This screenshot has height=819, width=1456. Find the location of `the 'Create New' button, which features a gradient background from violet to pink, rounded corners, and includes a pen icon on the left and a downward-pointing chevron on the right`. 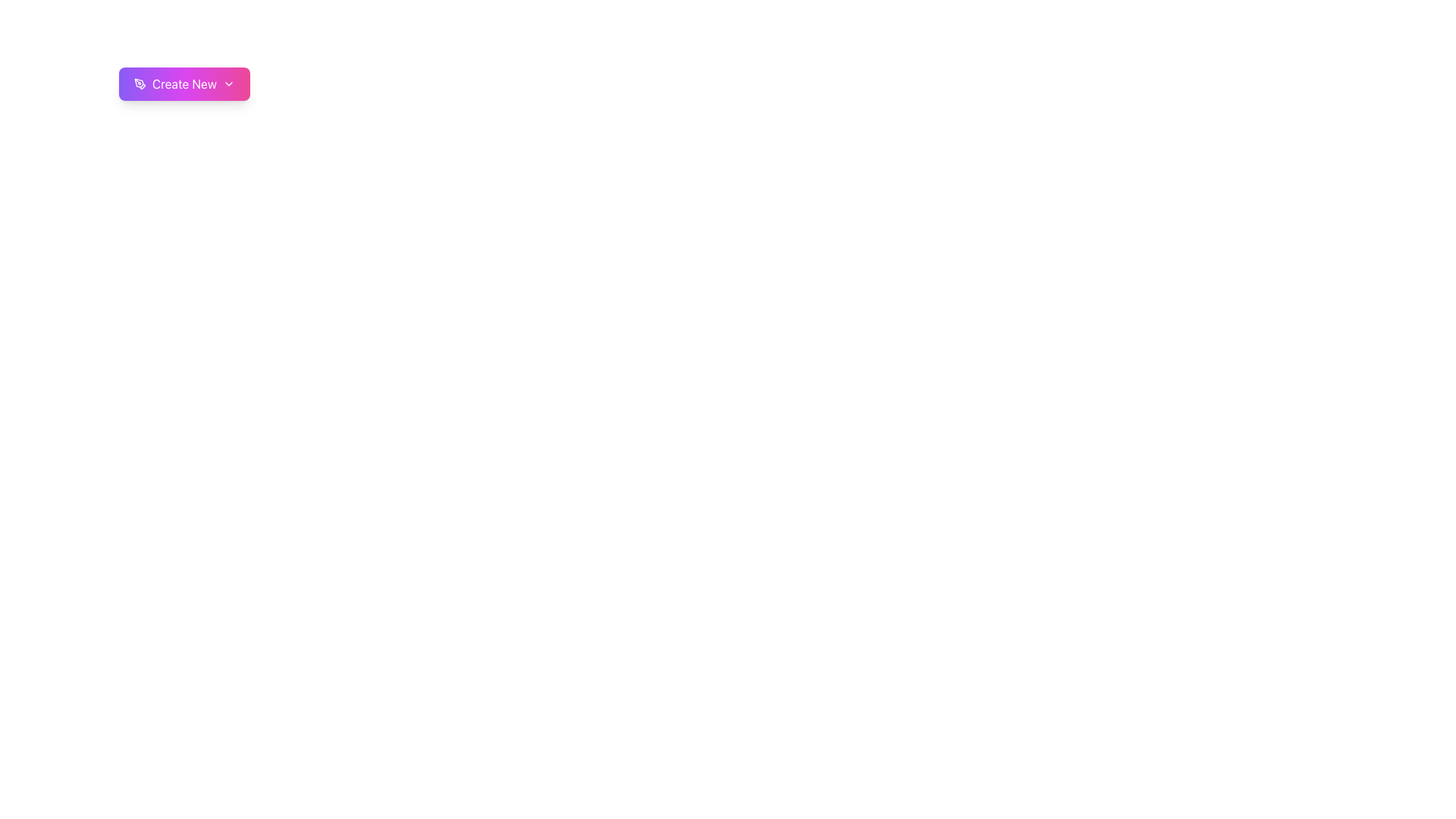

the 'Create New' button, which features a gradient background from violet to pink, rounded corners, and includes a pen icon on the left and a downward-pointing chevron on the right is located at coordinates (184, 84).